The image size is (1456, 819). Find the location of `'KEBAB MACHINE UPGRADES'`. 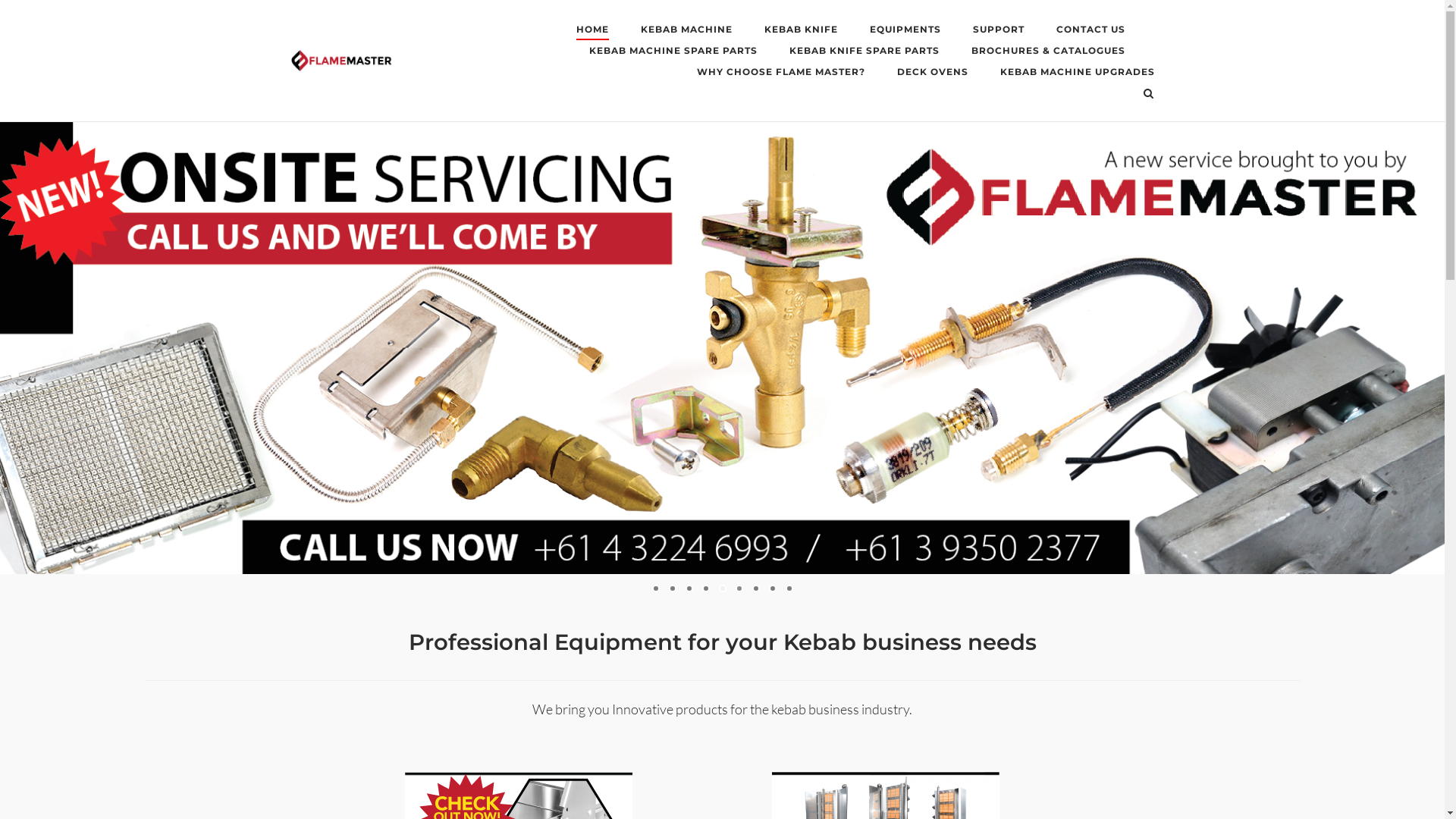

'KEBAB MACHINE UPGRADES' is located at coordinates (1076, 74).